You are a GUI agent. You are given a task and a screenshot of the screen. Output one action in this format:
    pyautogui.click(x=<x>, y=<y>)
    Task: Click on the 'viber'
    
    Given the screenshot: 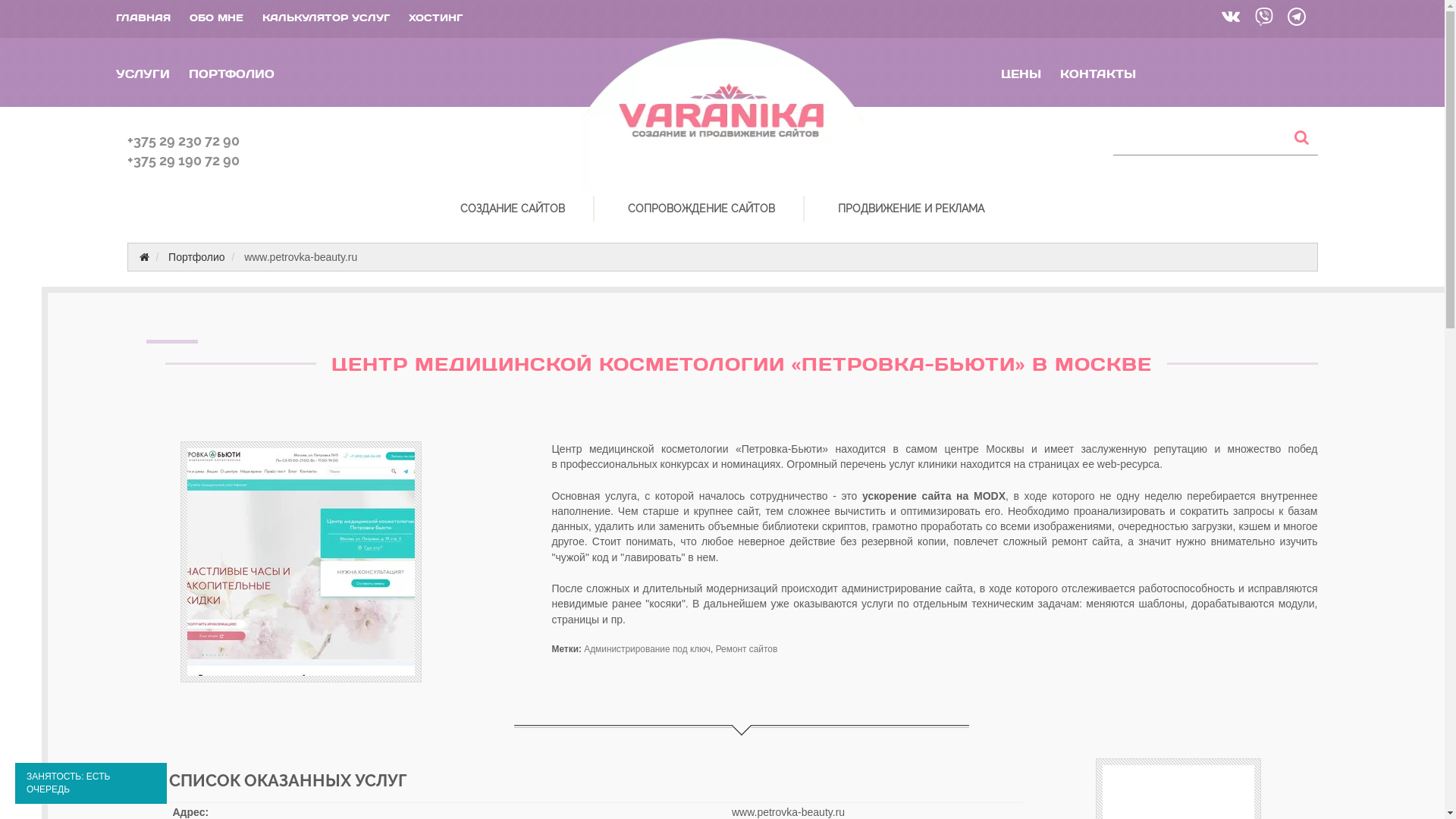 What is the action you would take?
    pyautogui.click(x=1262, y=18)
    